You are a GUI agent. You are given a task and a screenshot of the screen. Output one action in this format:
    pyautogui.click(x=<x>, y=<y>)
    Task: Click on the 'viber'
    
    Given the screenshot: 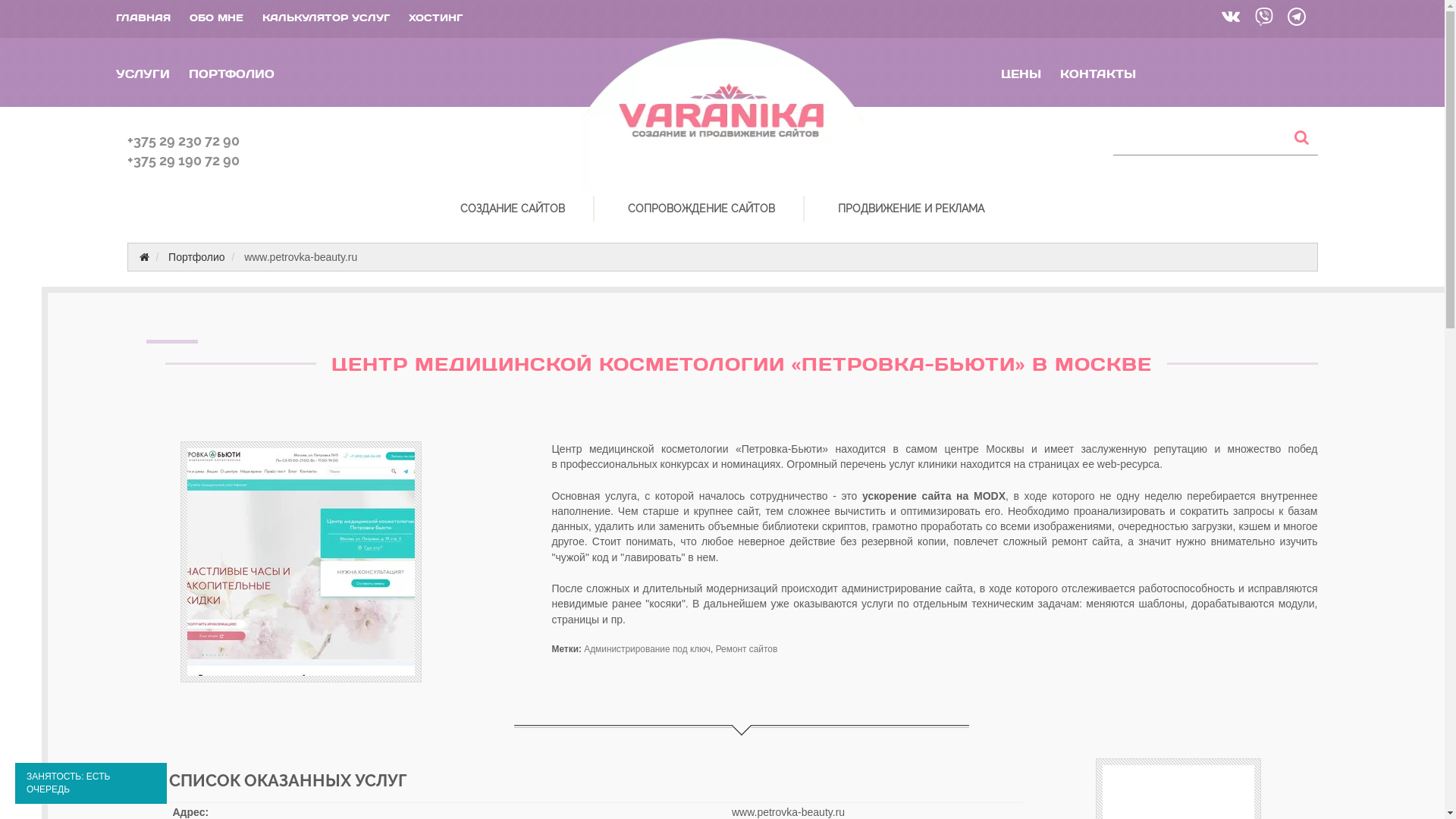 What is the action you would take?
    pyautogui.click(x=1262, y=18)
    